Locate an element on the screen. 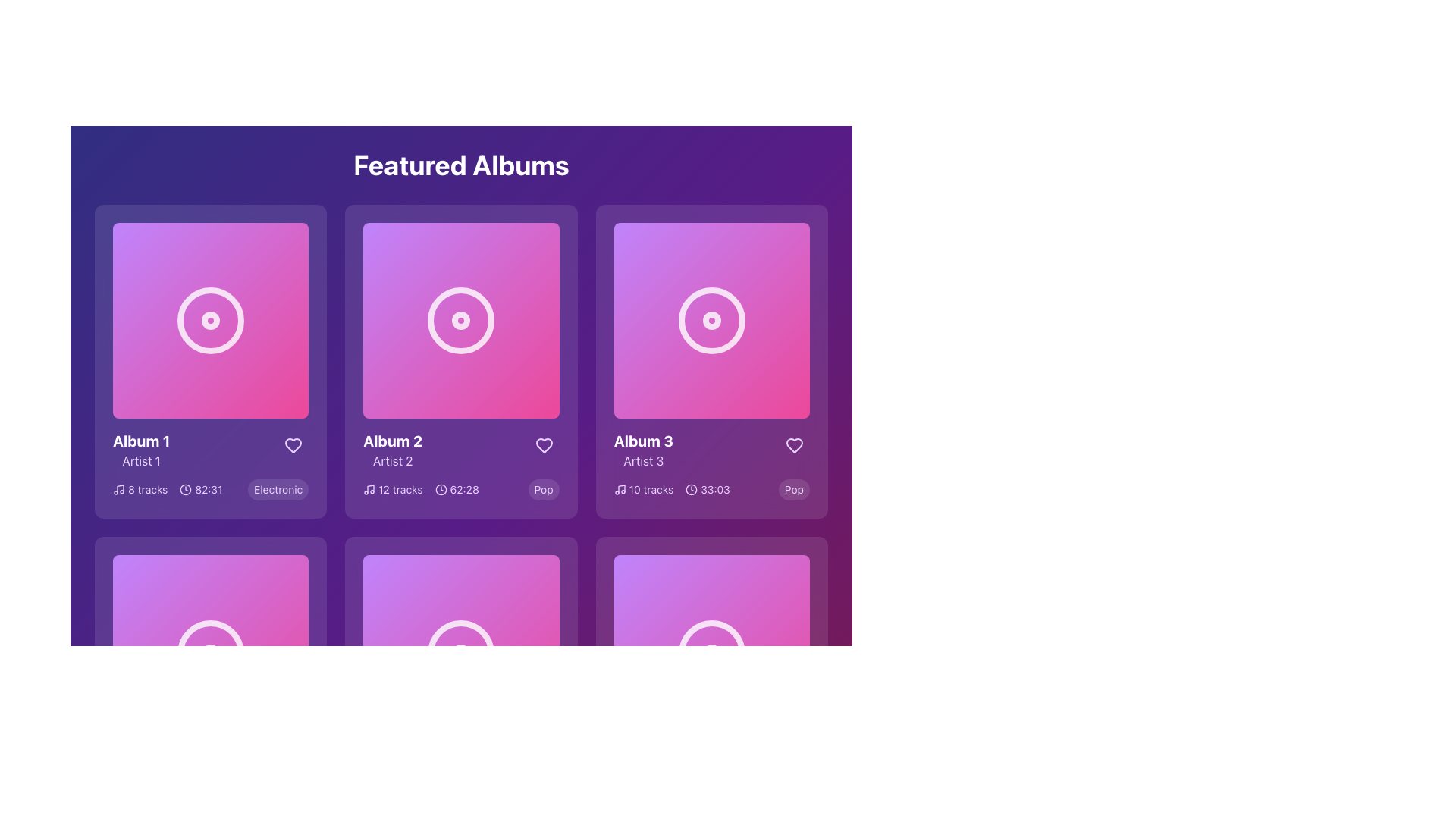 The height and width of the screenshot is (819, 1456). the Label with a clock icon displaying '82:31', located in the lower section of the first album card in the second row of the album grid is located at coordinates (200, 490).